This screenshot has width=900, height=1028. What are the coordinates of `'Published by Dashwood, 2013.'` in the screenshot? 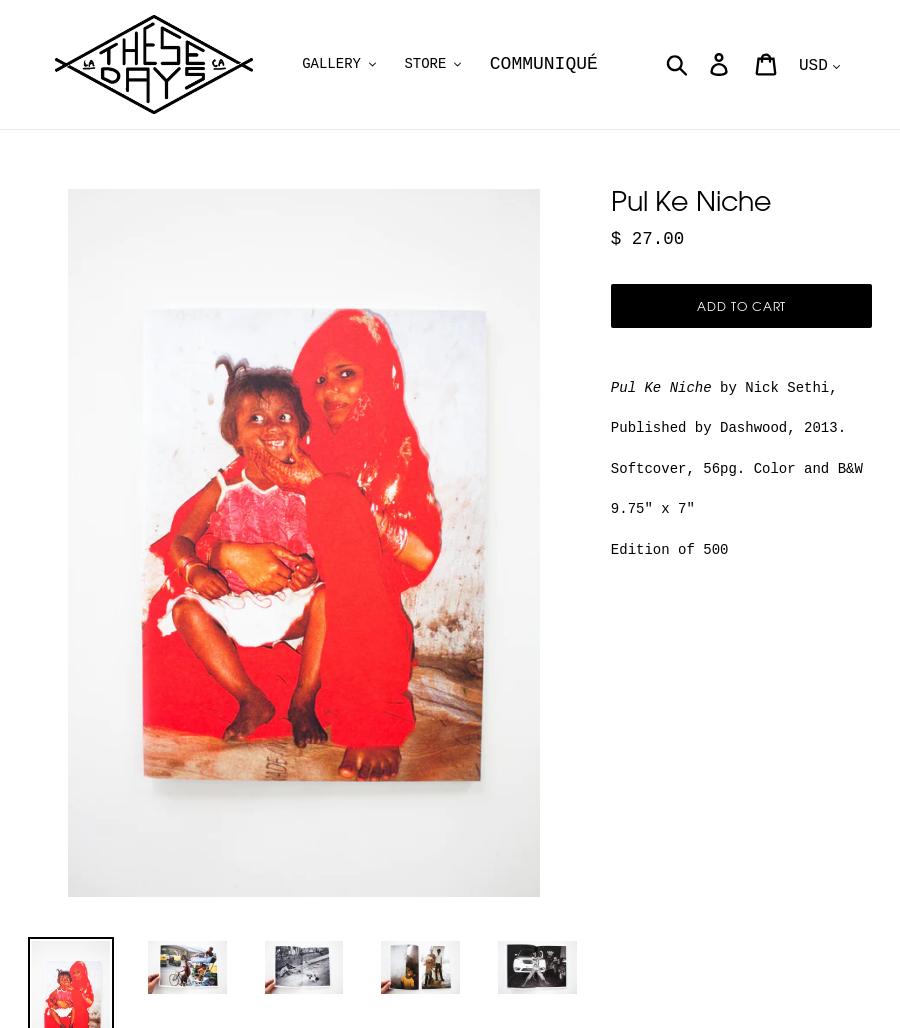 It's located at (727, 427).